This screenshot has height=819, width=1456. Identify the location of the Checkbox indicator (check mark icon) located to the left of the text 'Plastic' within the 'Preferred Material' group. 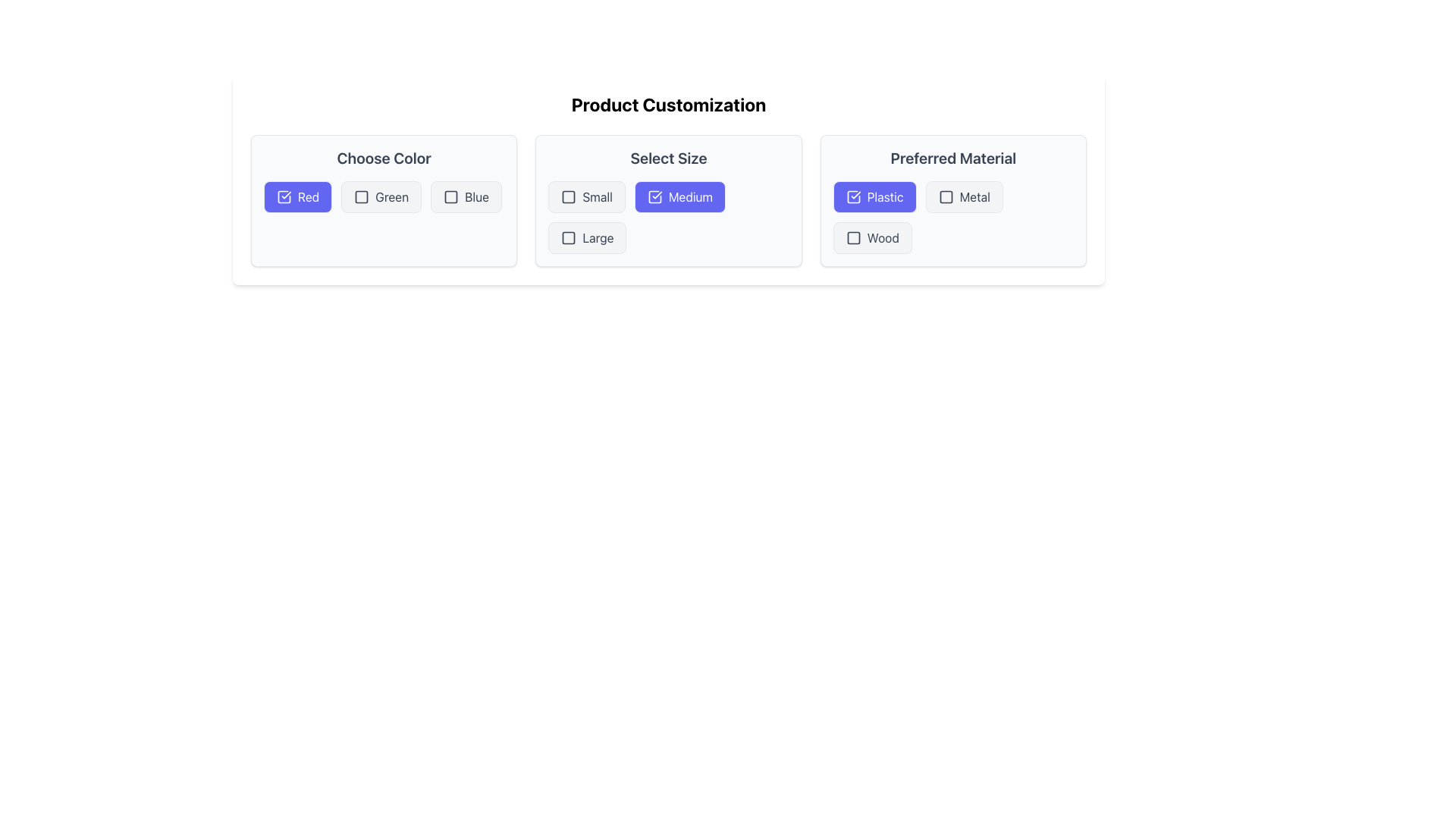
(853, 196).